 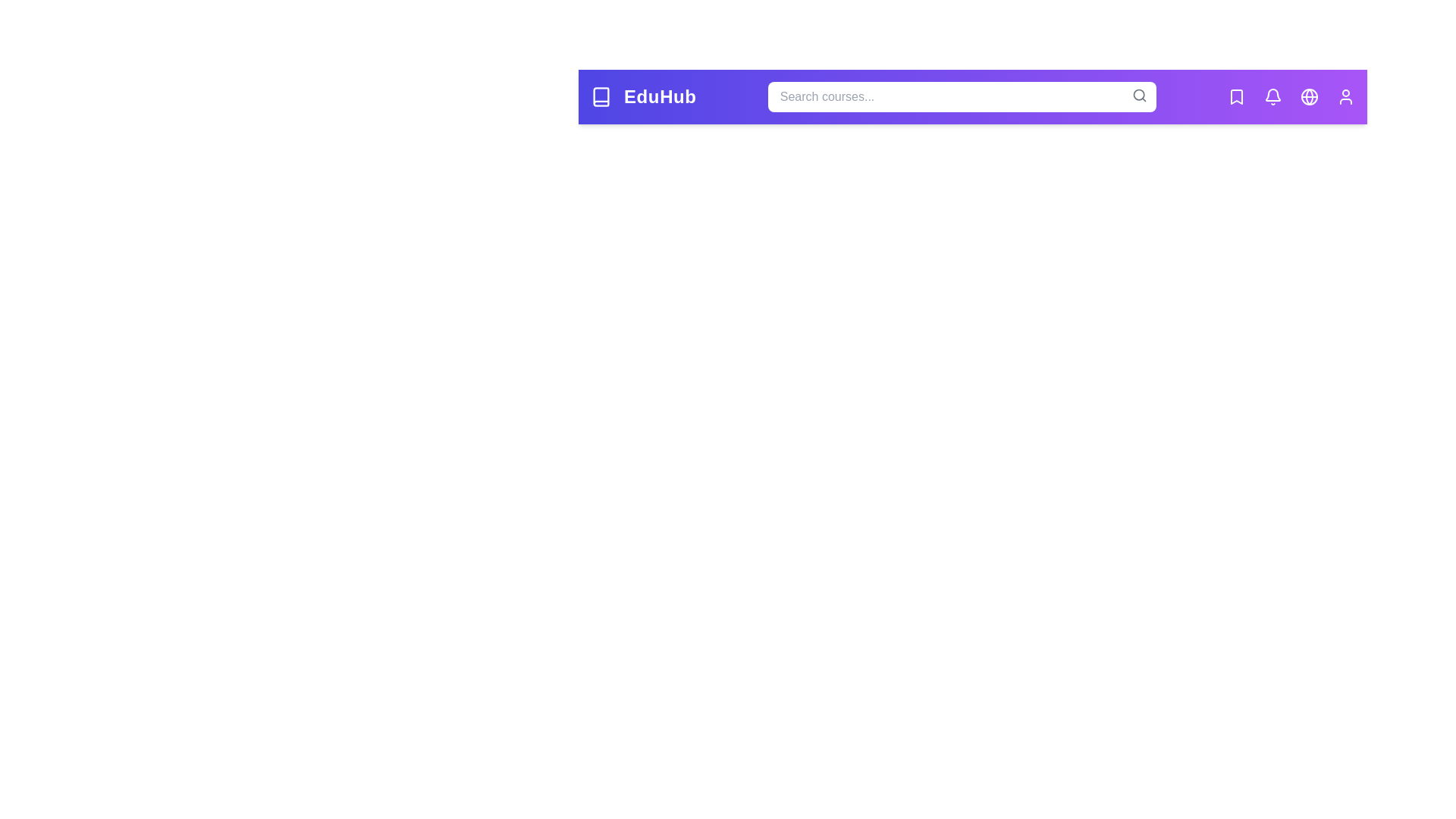 I want to click on the 'Notifications' icon to view notifications, so click(x=1273, y=96).